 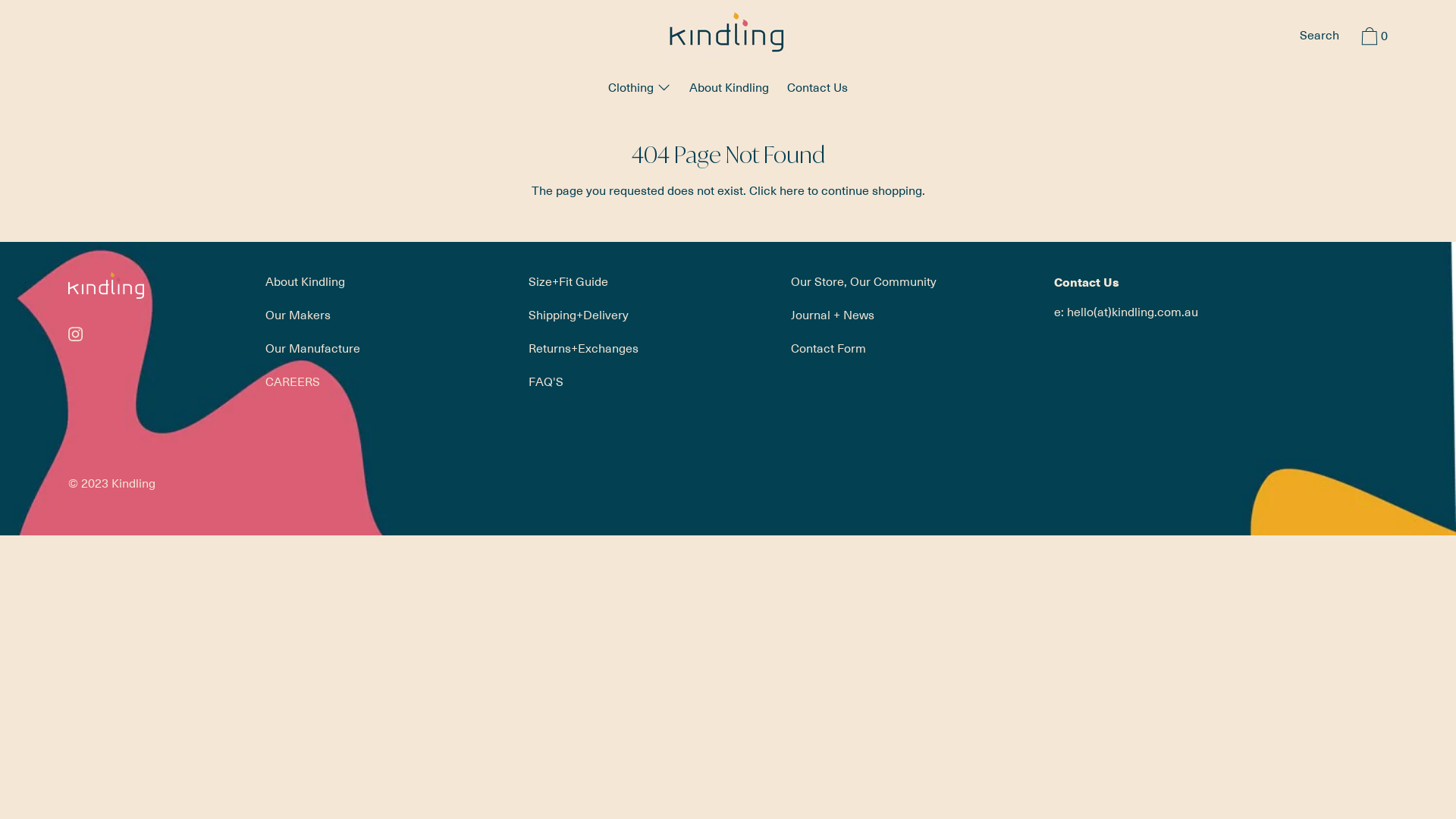 What do you see at coordinates (1318, 36) in the screenshot?
I see `'Search'` at bounding box center [1318, 36].